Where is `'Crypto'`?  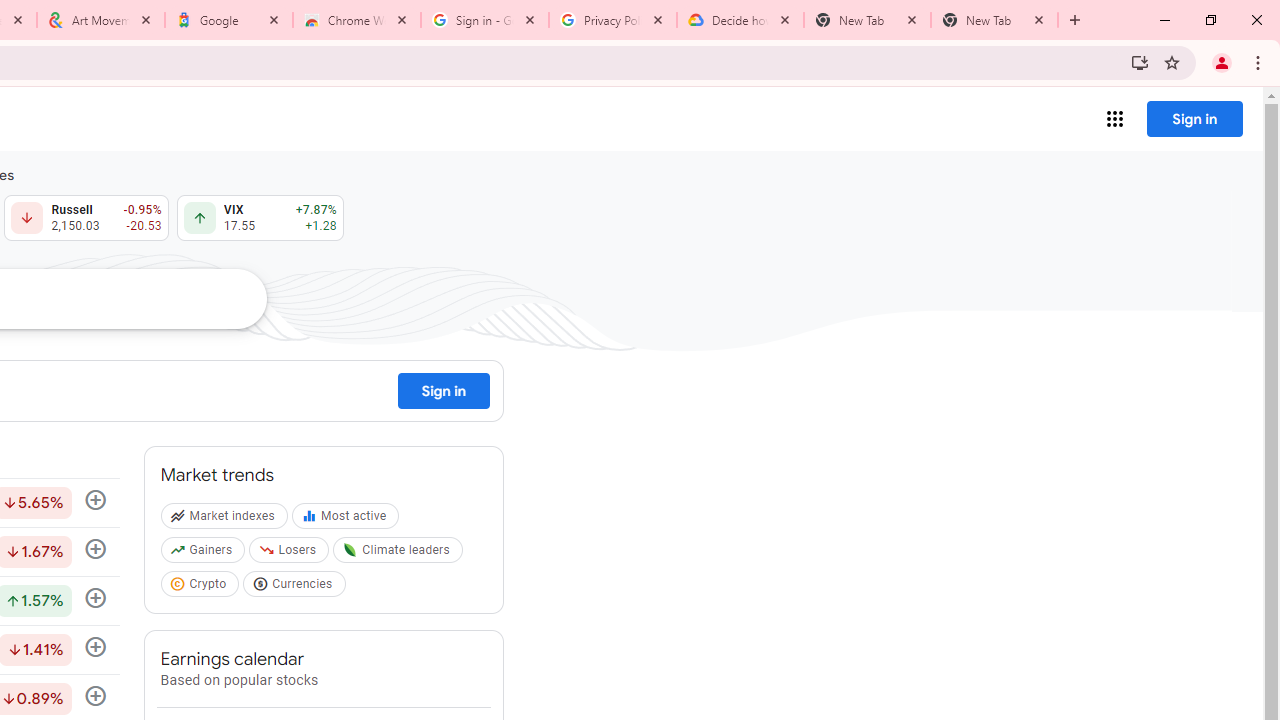 'Crypto' is located at coordinates (202, 586).